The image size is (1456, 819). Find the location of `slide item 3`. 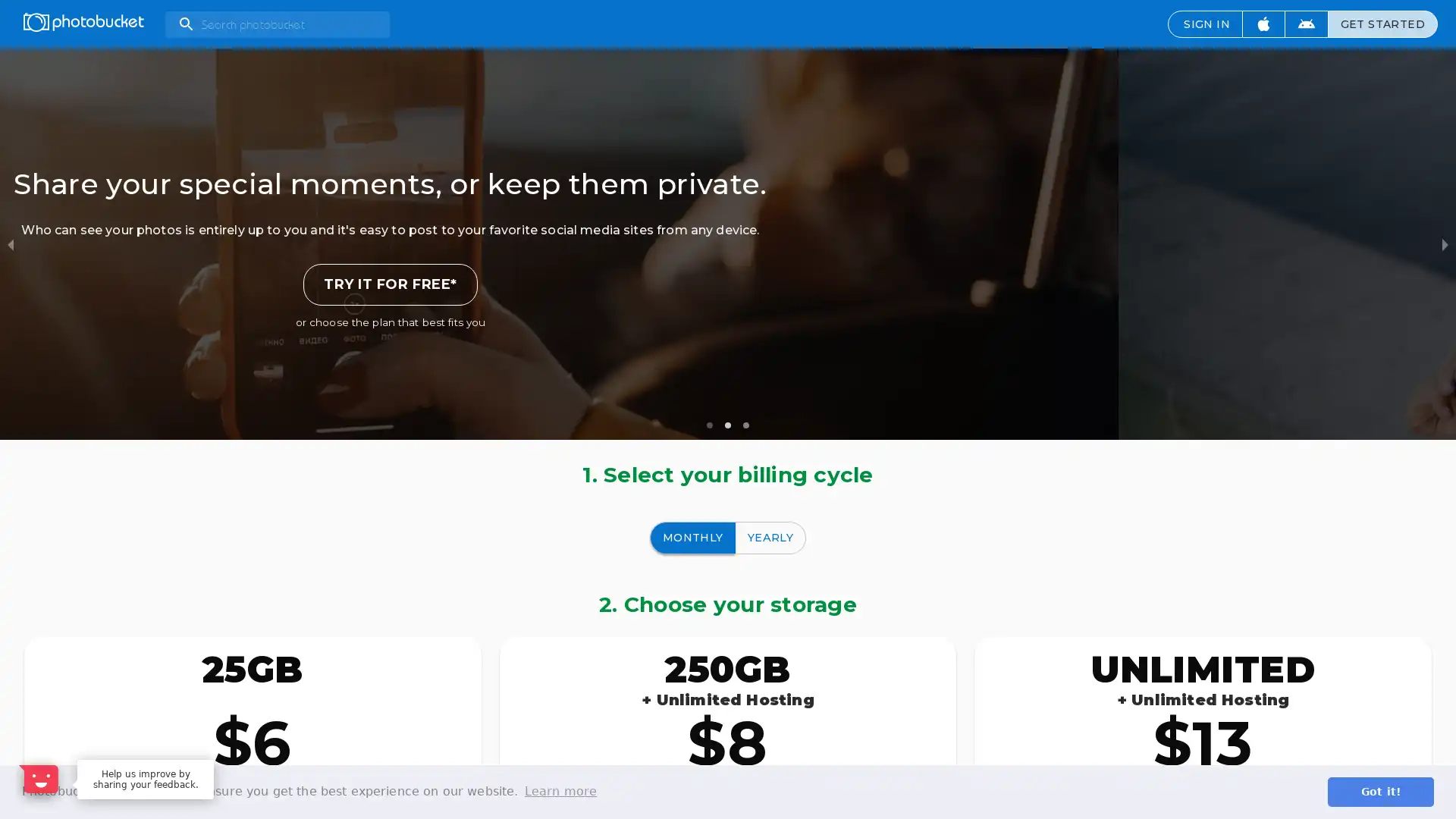

slide item 3 is located at coordinates (745, 424).